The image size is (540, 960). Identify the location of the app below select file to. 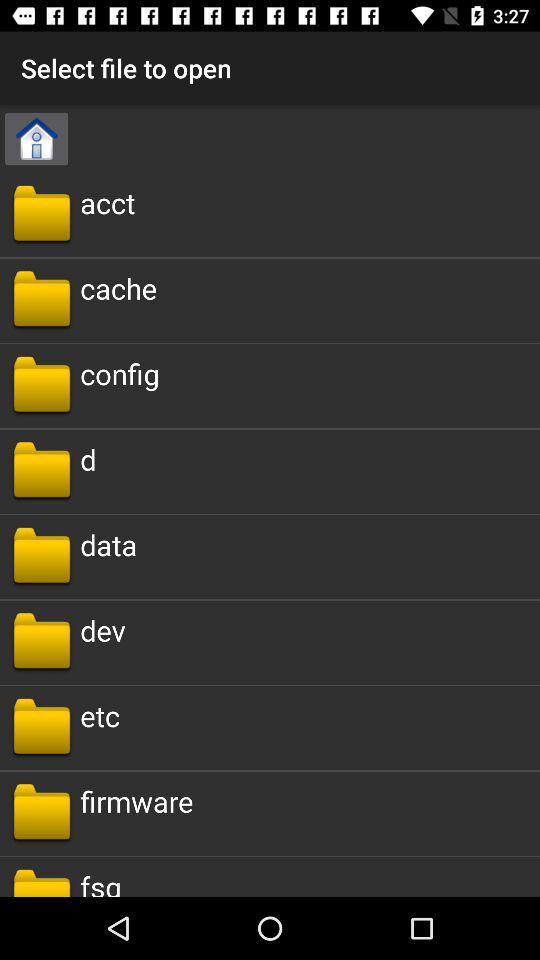
(36, 138).